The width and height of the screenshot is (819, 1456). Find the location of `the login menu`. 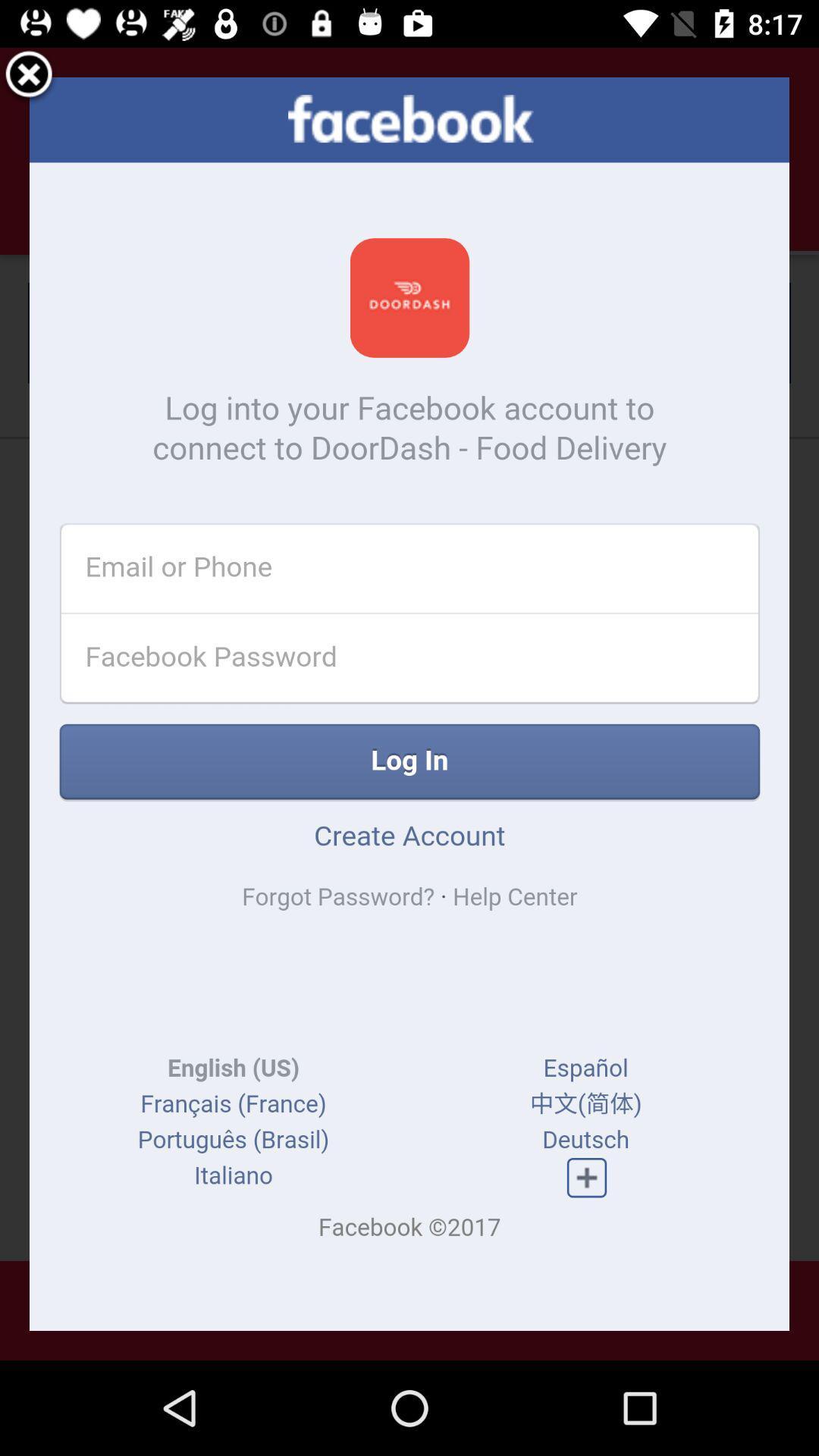

the login menu is located at coordinates (29, 76).